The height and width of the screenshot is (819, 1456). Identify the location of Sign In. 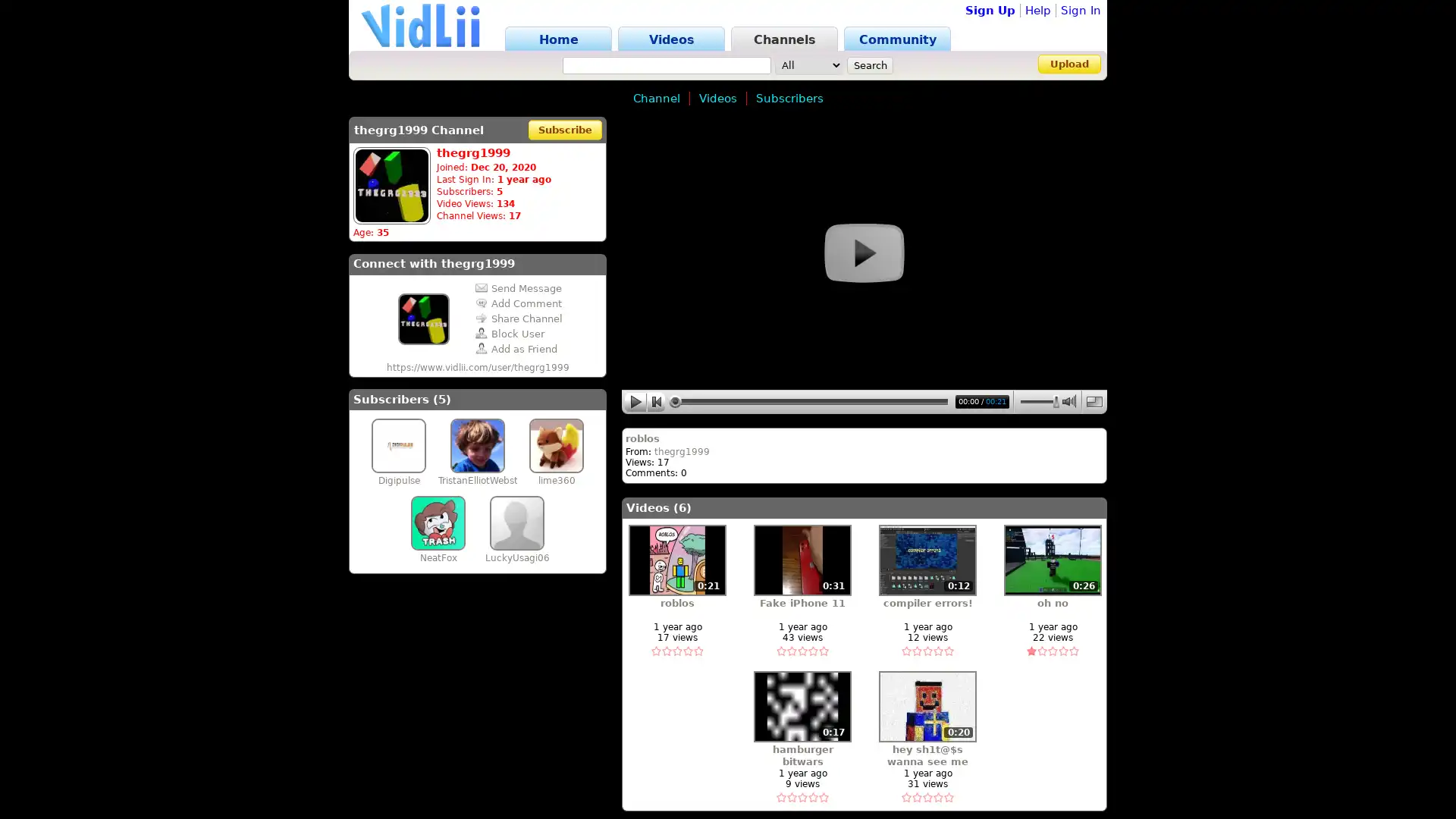
(1021, 84).